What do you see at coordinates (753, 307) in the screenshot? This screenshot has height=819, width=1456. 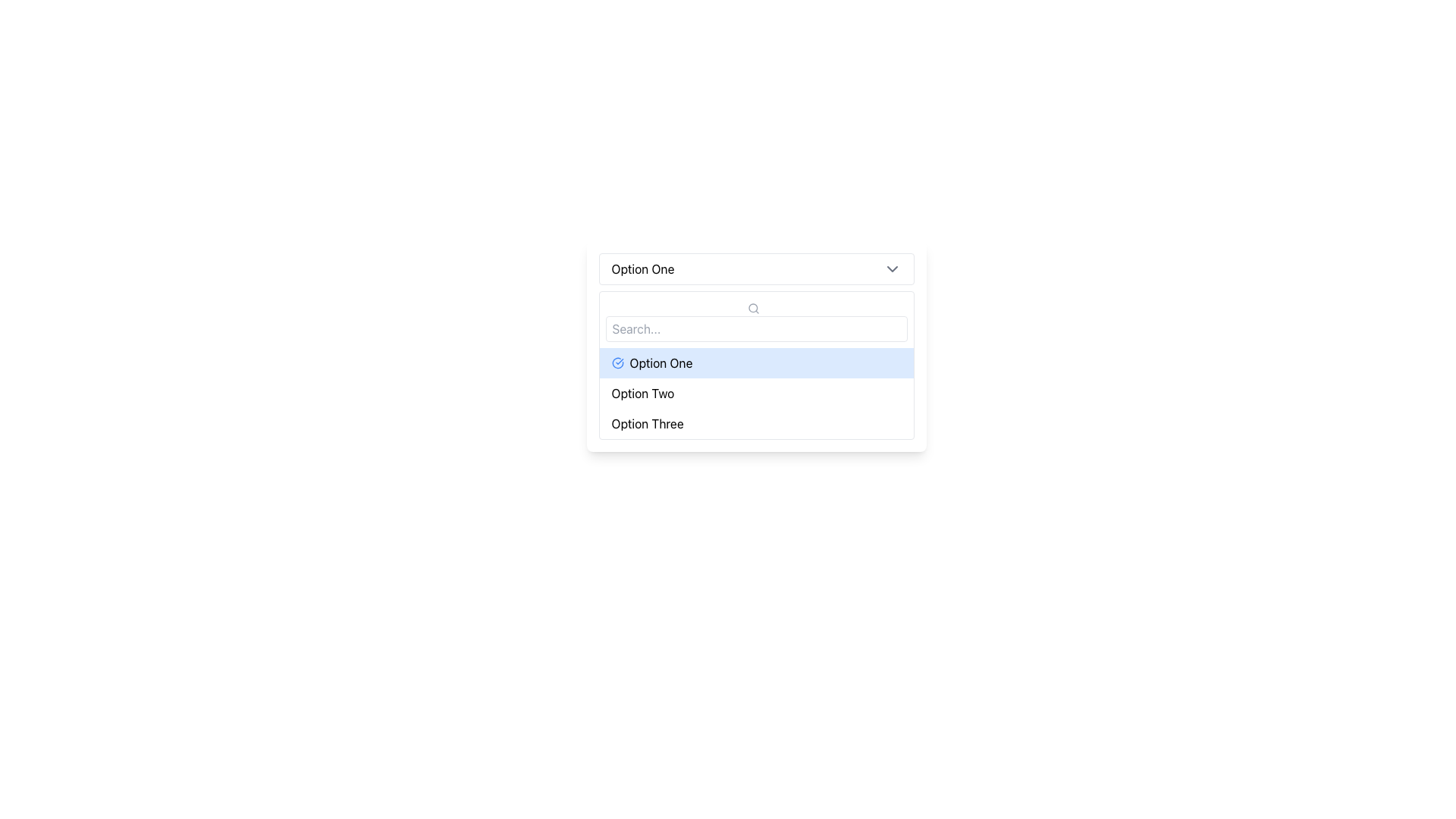 I see `the search indicator icon located at the top of the dropdown component, which suggests that the input field allows users` at bounding box center [753, 307].